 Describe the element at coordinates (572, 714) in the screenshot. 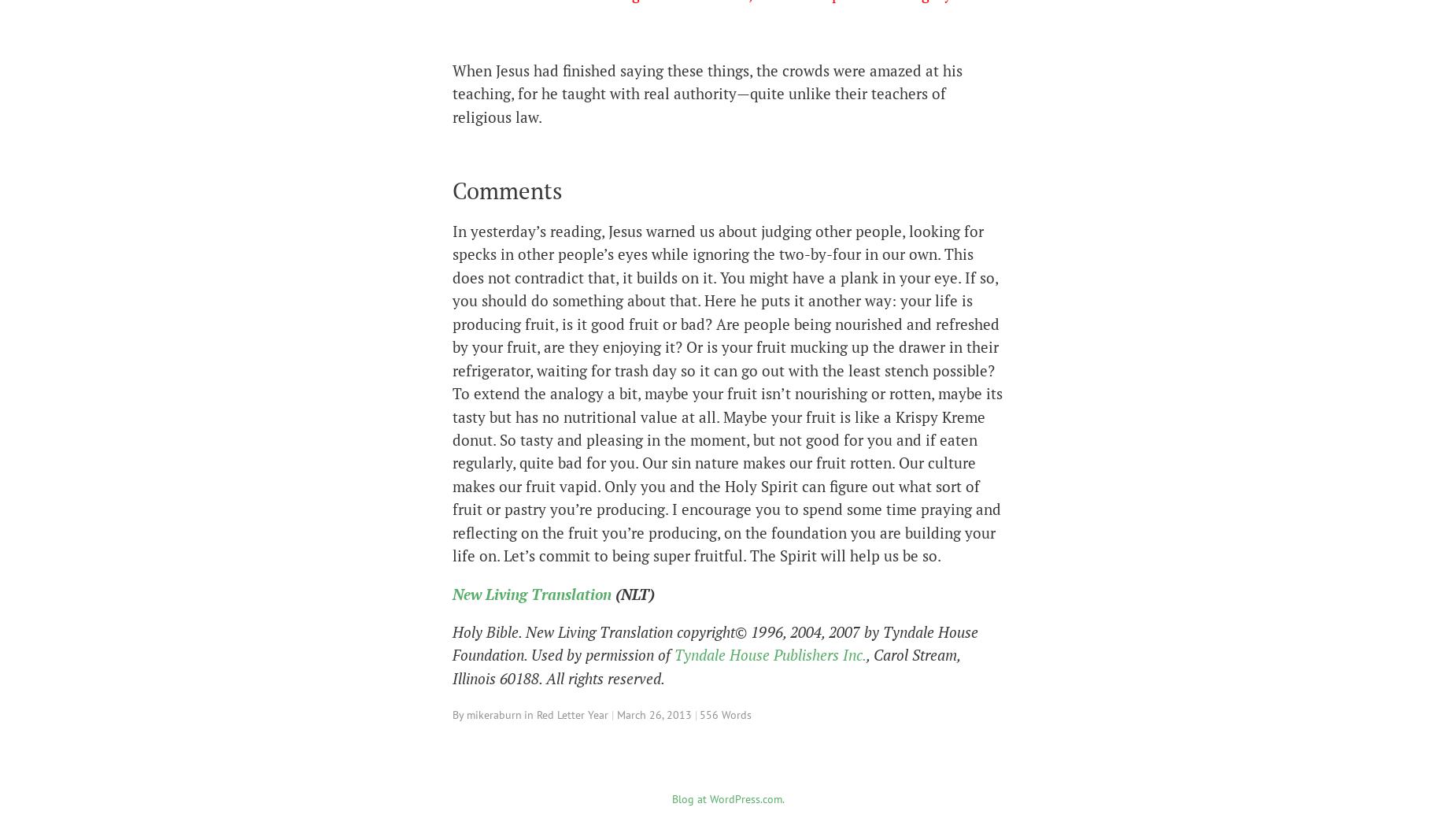

I see `'Red Letter Year'` at that location.